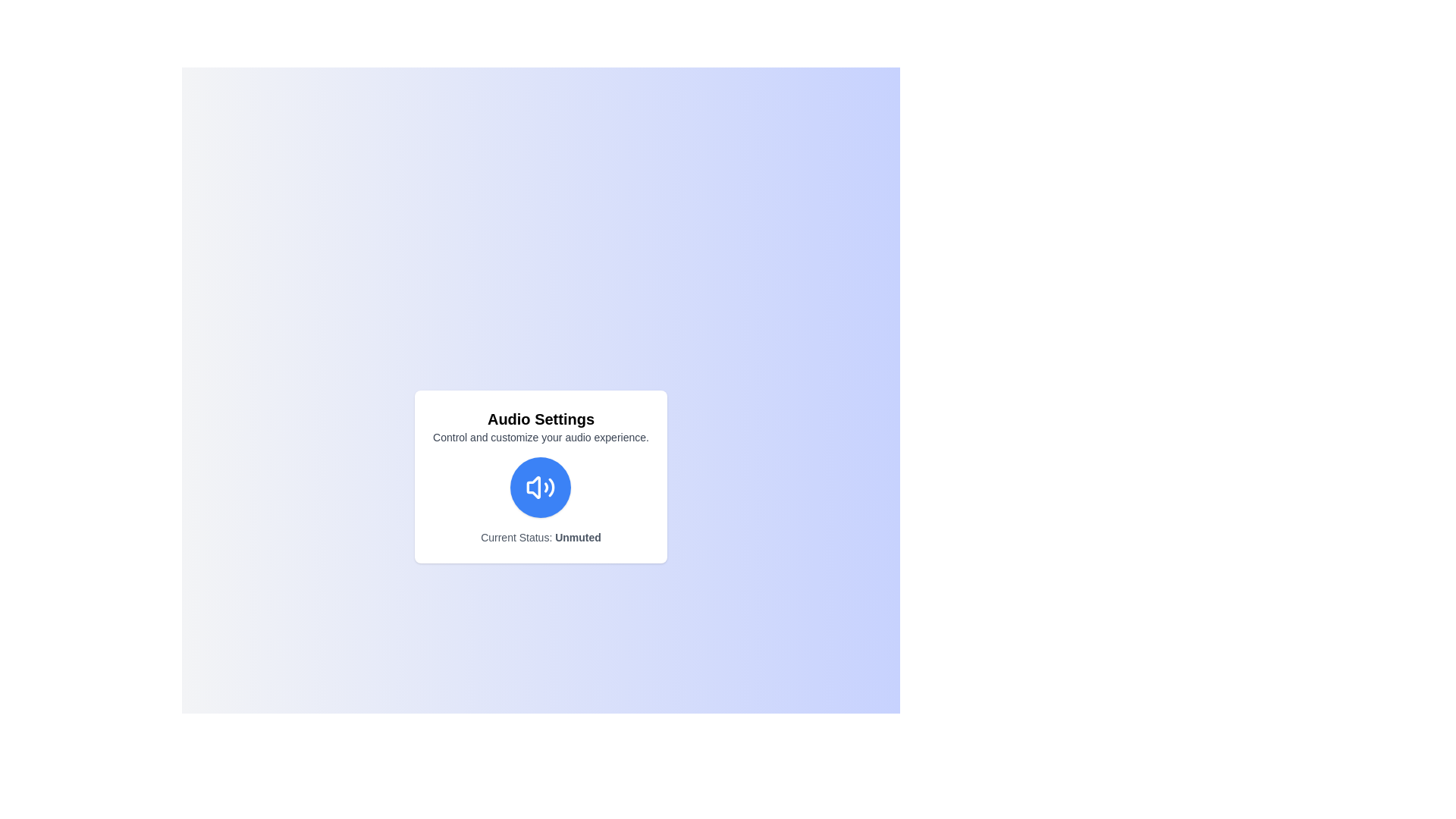 The height and width of the screenshot is (819, 1456). What do you see at coordinates (541, 488) in the screenshot?
I see `the central button to toggle the audio mute/unmute state` at bounding box center [541, 488].